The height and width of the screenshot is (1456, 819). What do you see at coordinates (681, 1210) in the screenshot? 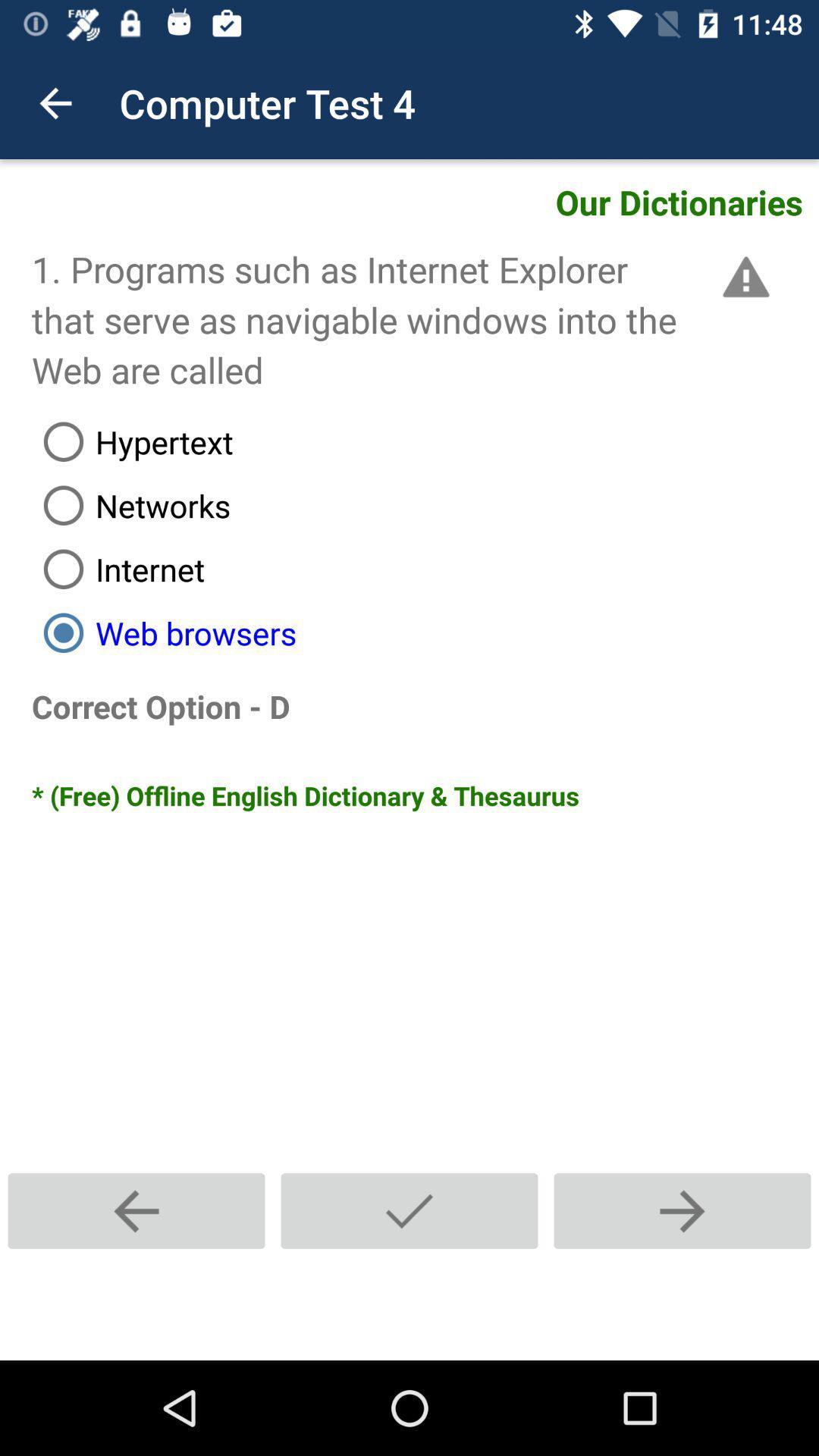
I see `next question` at bounding box center [681, 1210].